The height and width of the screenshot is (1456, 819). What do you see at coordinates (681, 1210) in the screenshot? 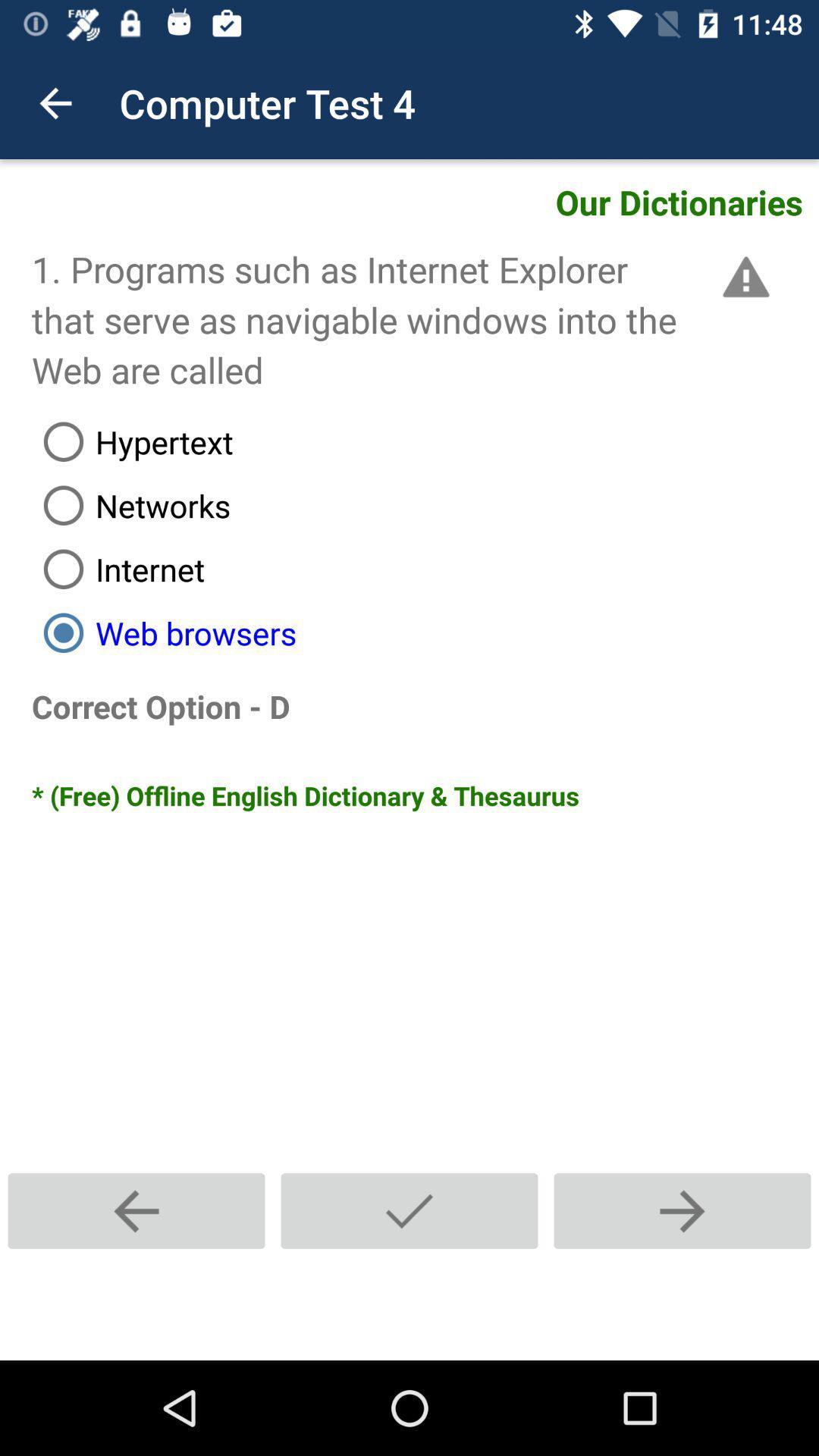
I see `next question` at bounding box center [681, 1210].